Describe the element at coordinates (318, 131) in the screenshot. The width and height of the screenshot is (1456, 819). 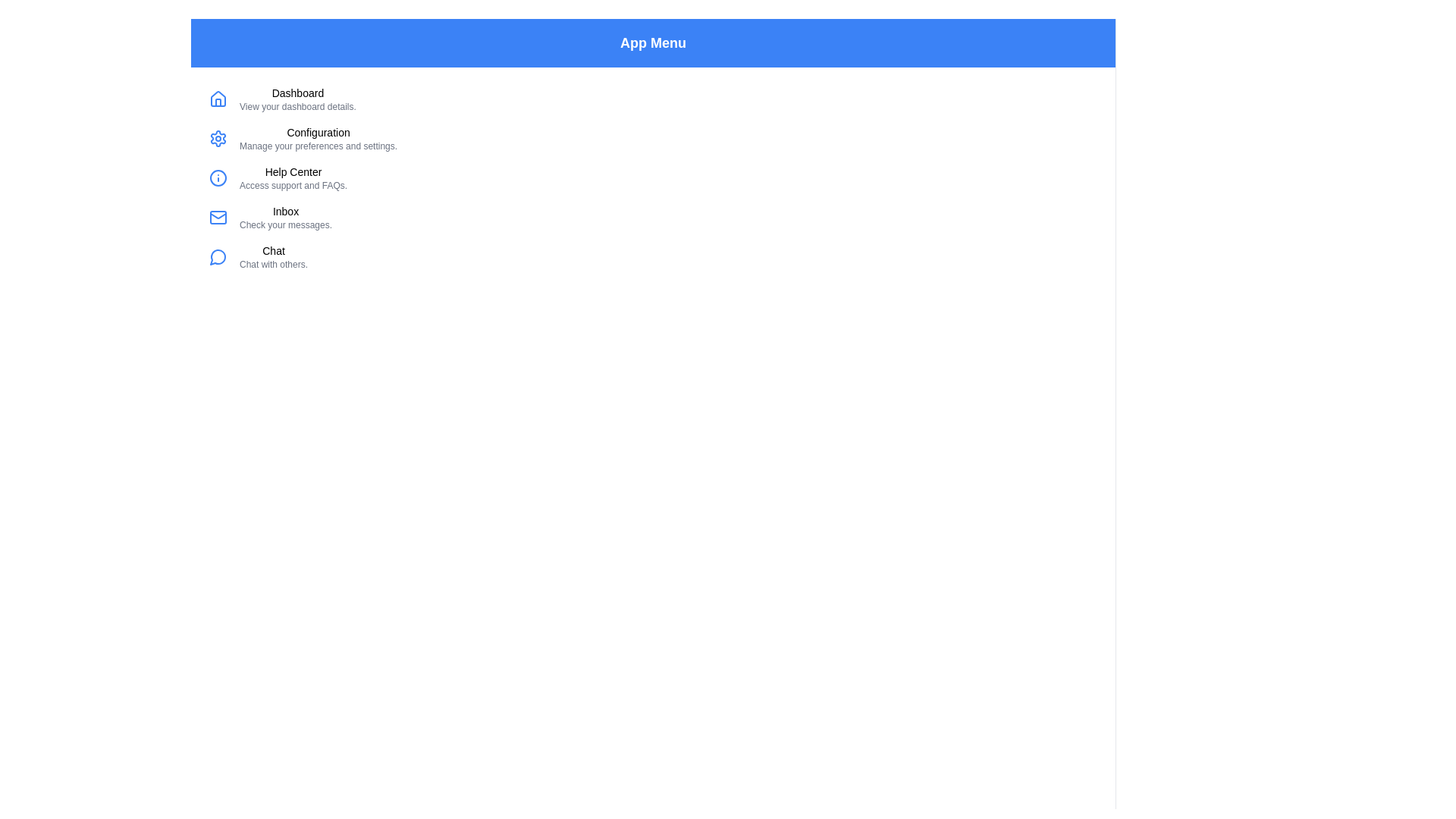
I see `the 'Configuration' section title text label located below the 'Dashboard' section in the menu` at that location.